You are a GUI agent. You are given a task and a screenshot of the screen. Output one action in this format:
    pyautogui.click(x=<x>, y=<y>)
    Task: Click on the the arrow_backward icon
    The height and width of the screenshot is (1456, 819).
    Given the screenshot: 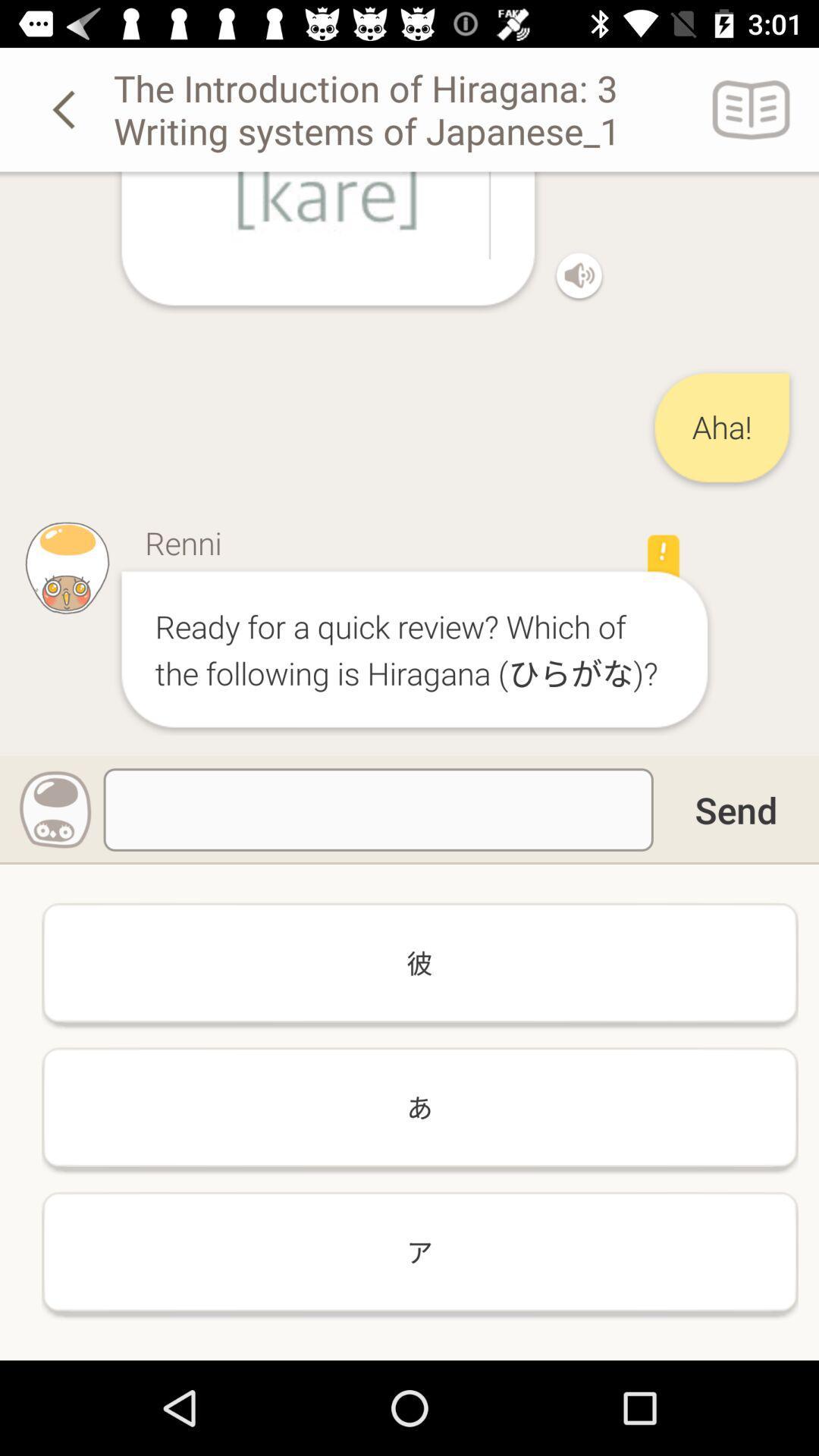 What is the action you would take?
    pyautogui.click(x=66, y=108)
    